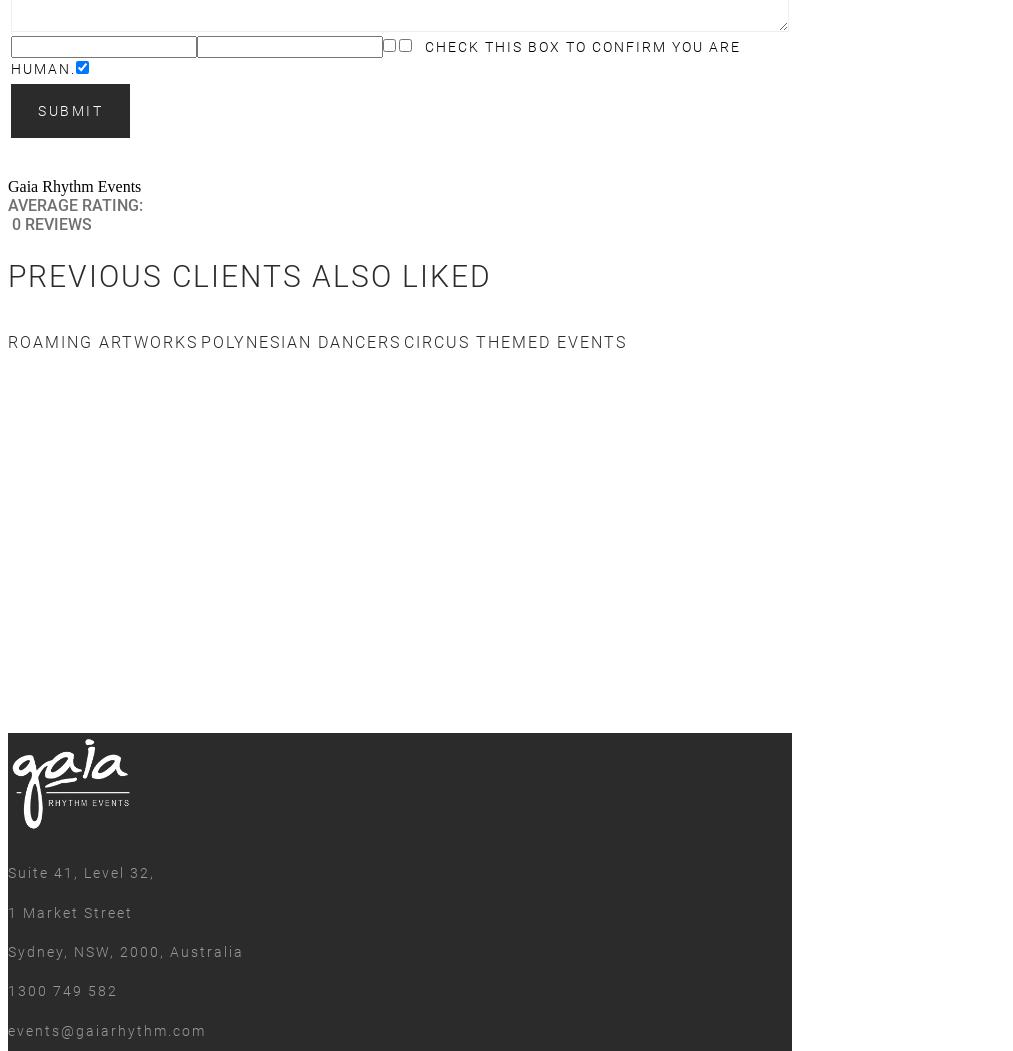 Image resolution: width=1013 pixels, height=1051 pixels. What do you see at coordinates (7, 341) in the screenshot?
I see `'Roaming Artworks'` at bounding box center [7, 341].